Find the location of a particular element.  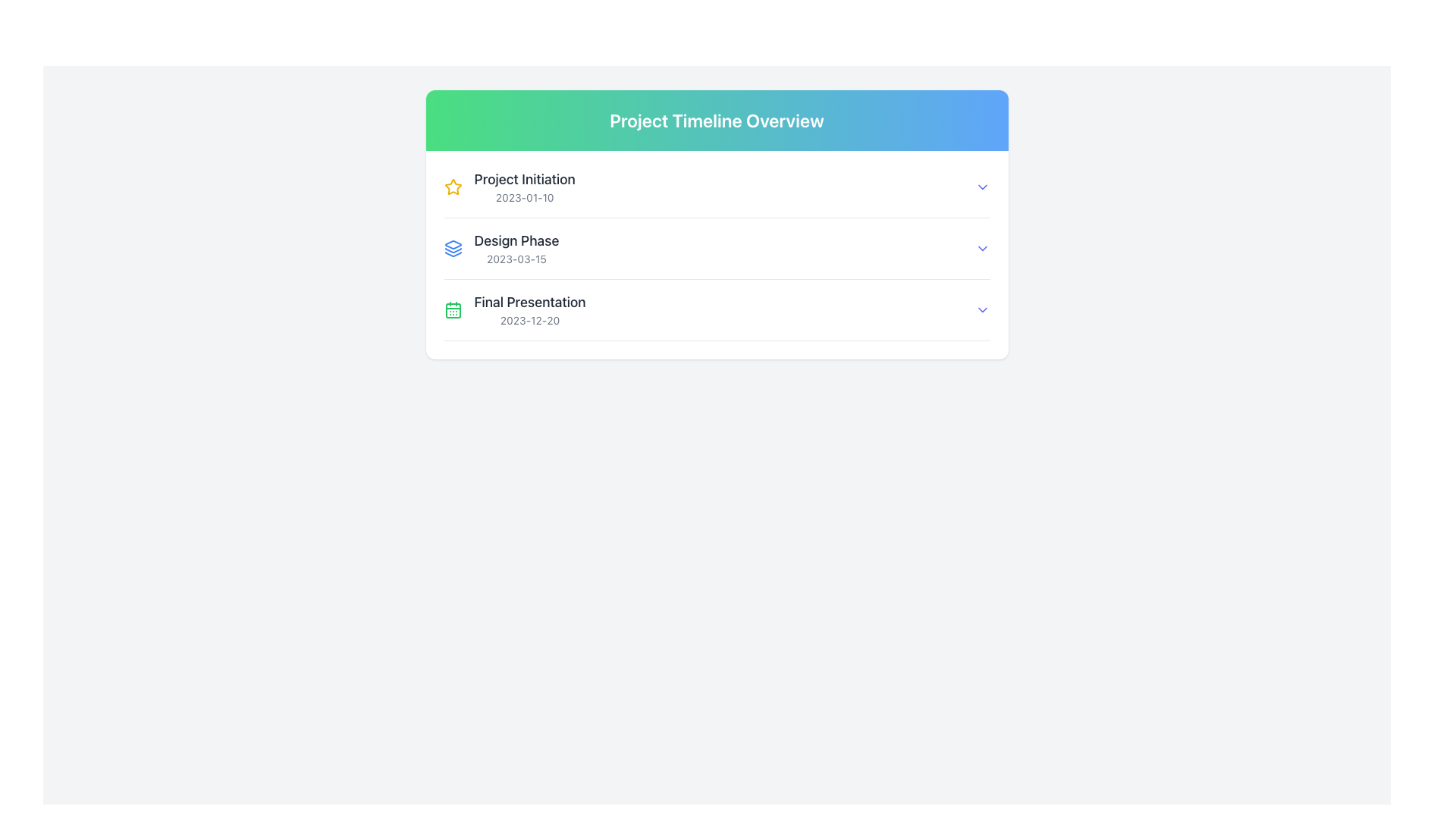

the text display element showing 'Project Initiation' and '2023-01-10' is located at coordinates (524, 186).